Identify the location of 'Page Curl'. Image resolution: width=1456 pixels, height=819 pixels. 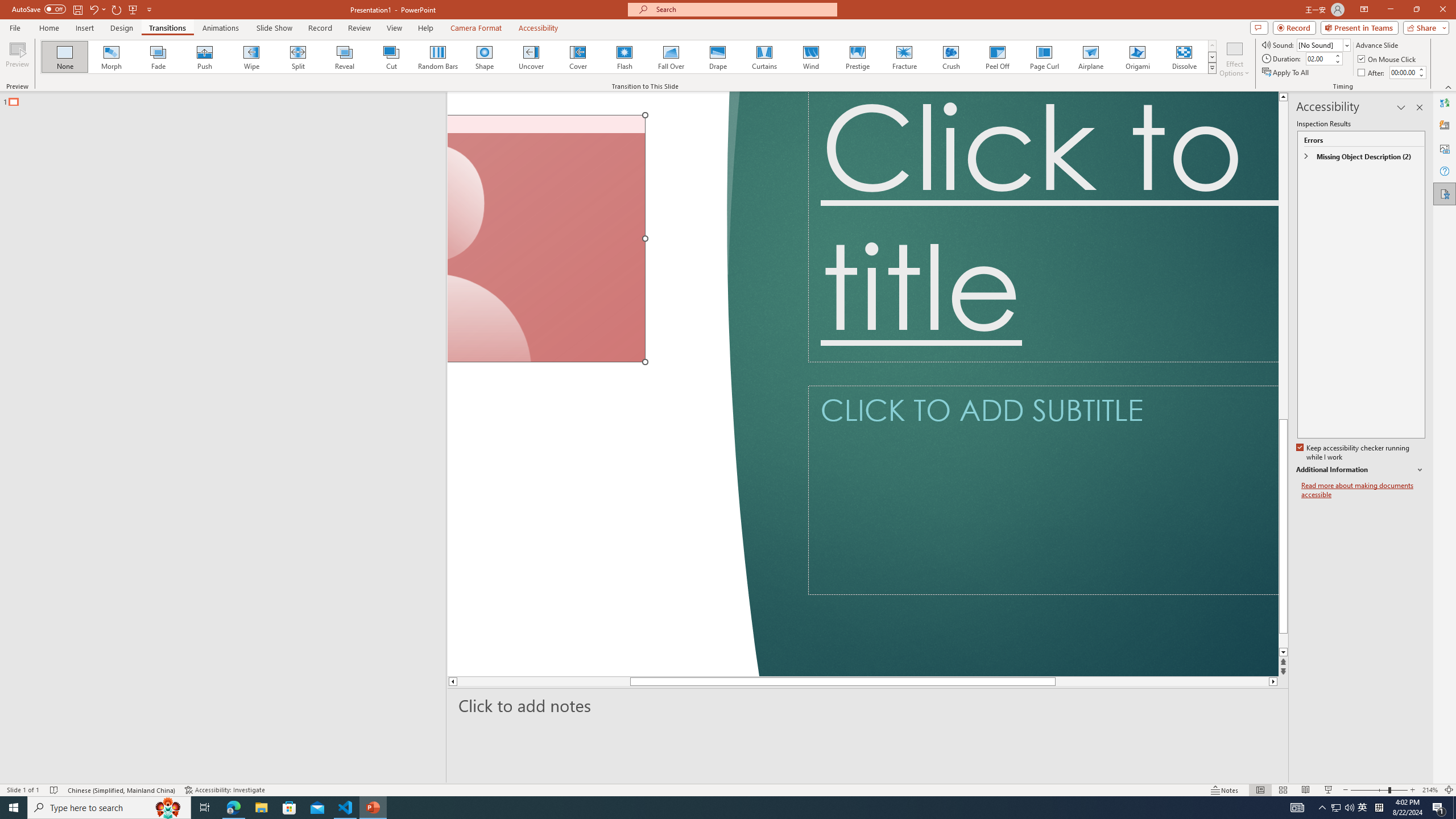
(1043, 56).